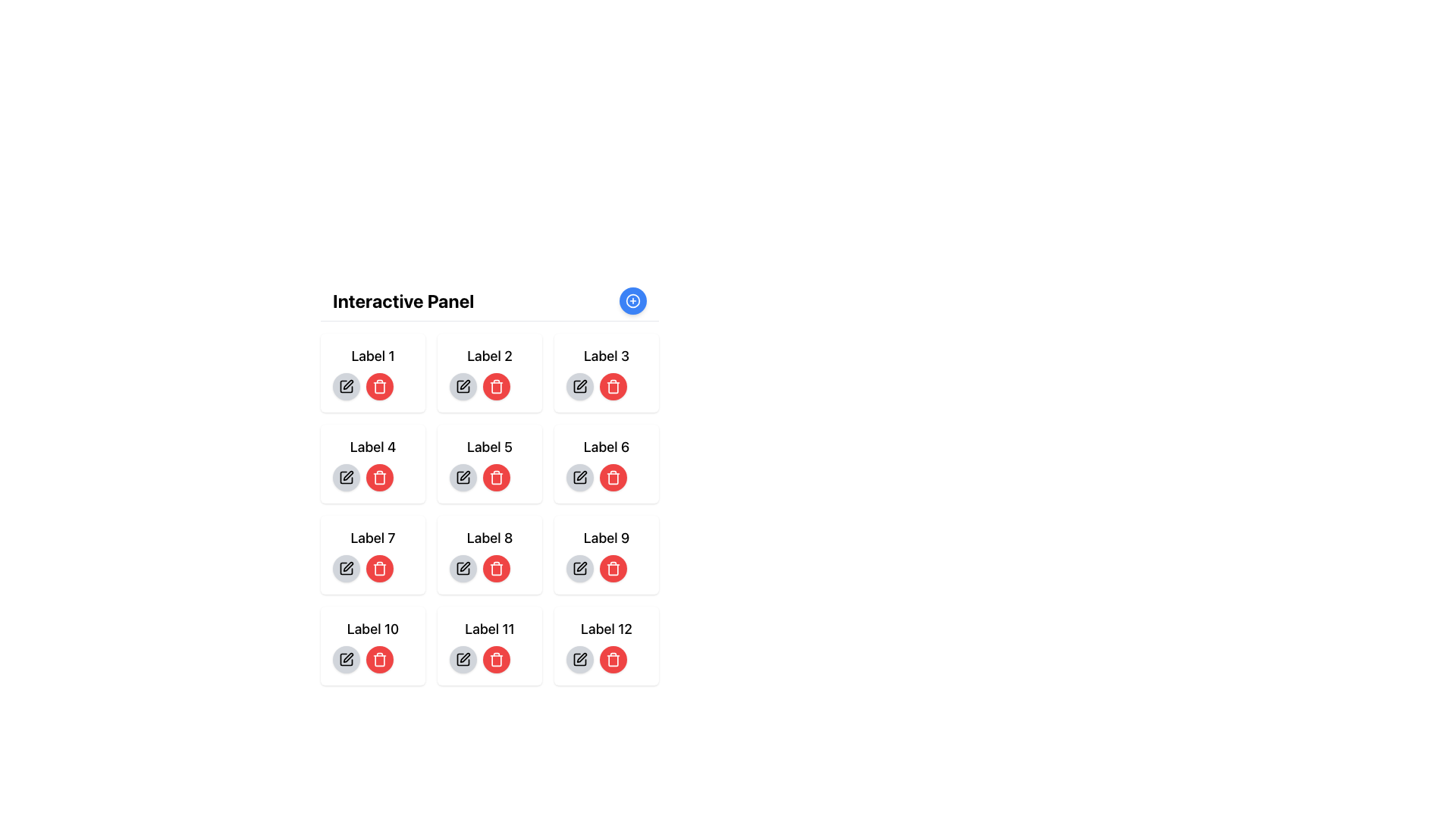 Image resolution: width=1456 pixels, height=819 pixels. Describe the element at coordinates (613, 476) in the screenshot. I see `the delete button located at the bottom right of the 'Label 6' card` at that location.